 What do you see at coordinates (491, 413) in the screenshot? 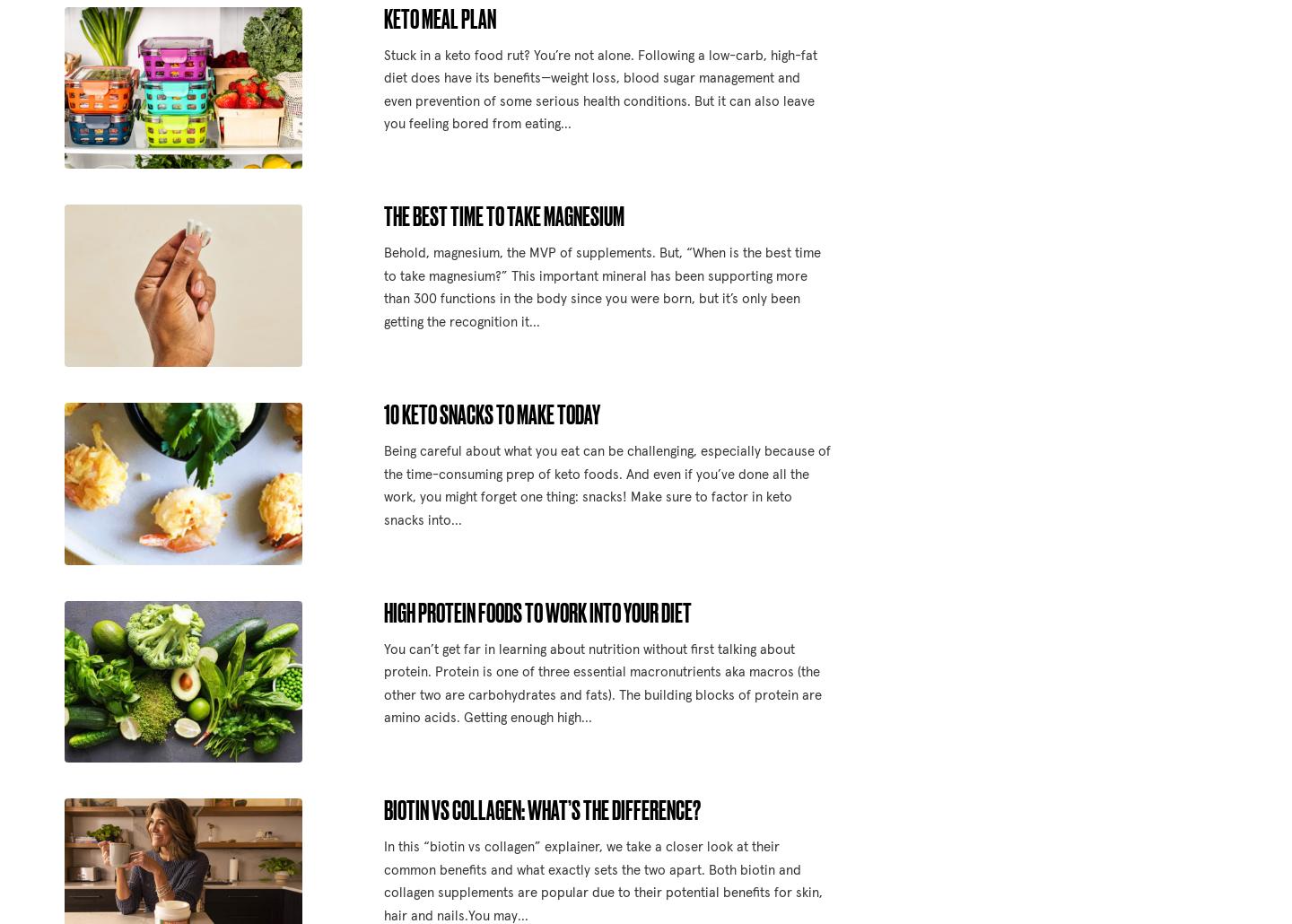
I see `'10 Keto Snacks to Make Today'` at bounding box center [491, 413].